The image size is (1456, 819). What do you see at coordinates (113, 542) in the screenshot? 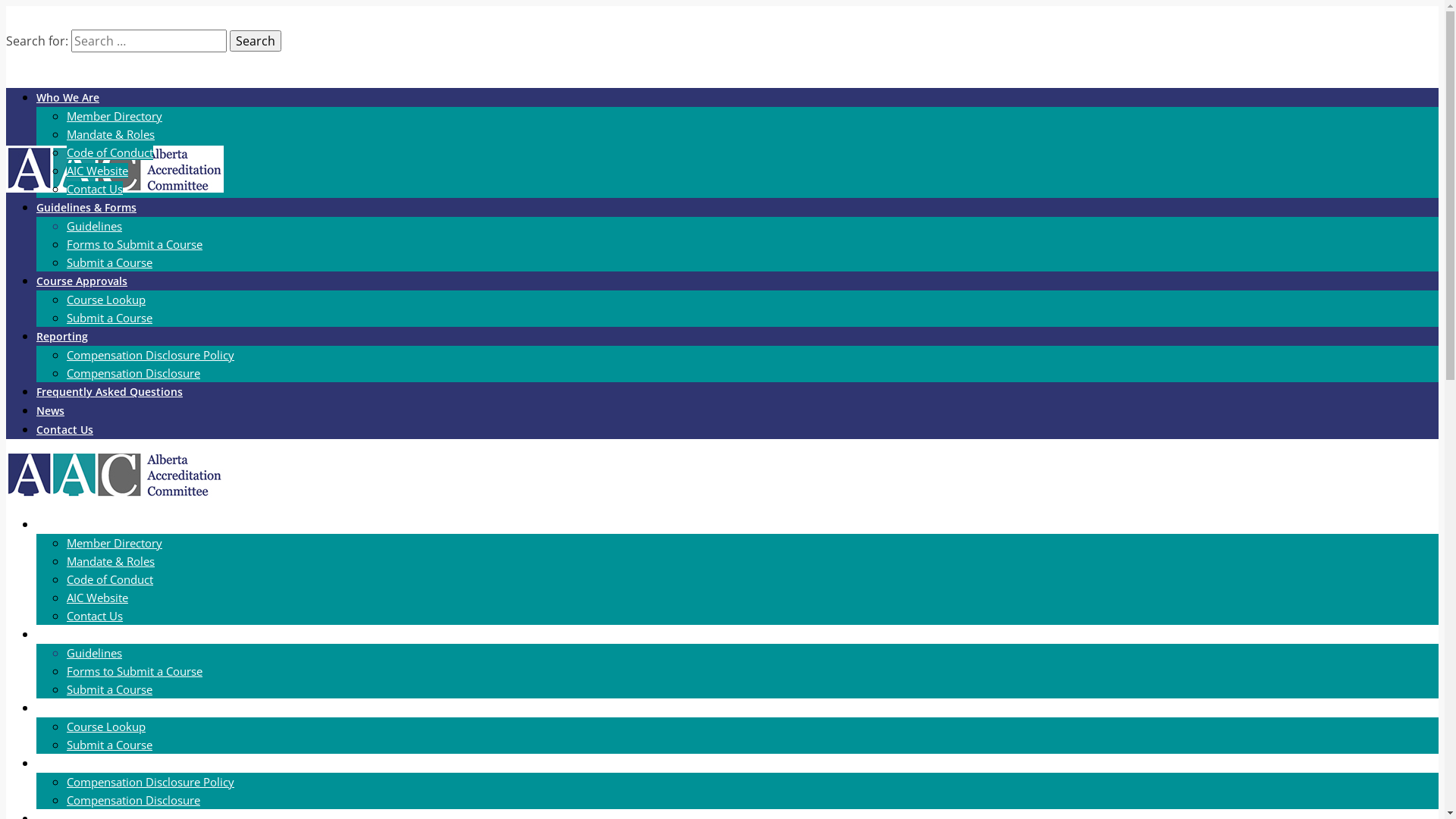
I see `'Member Directory'` at bounding box center [113, 542].